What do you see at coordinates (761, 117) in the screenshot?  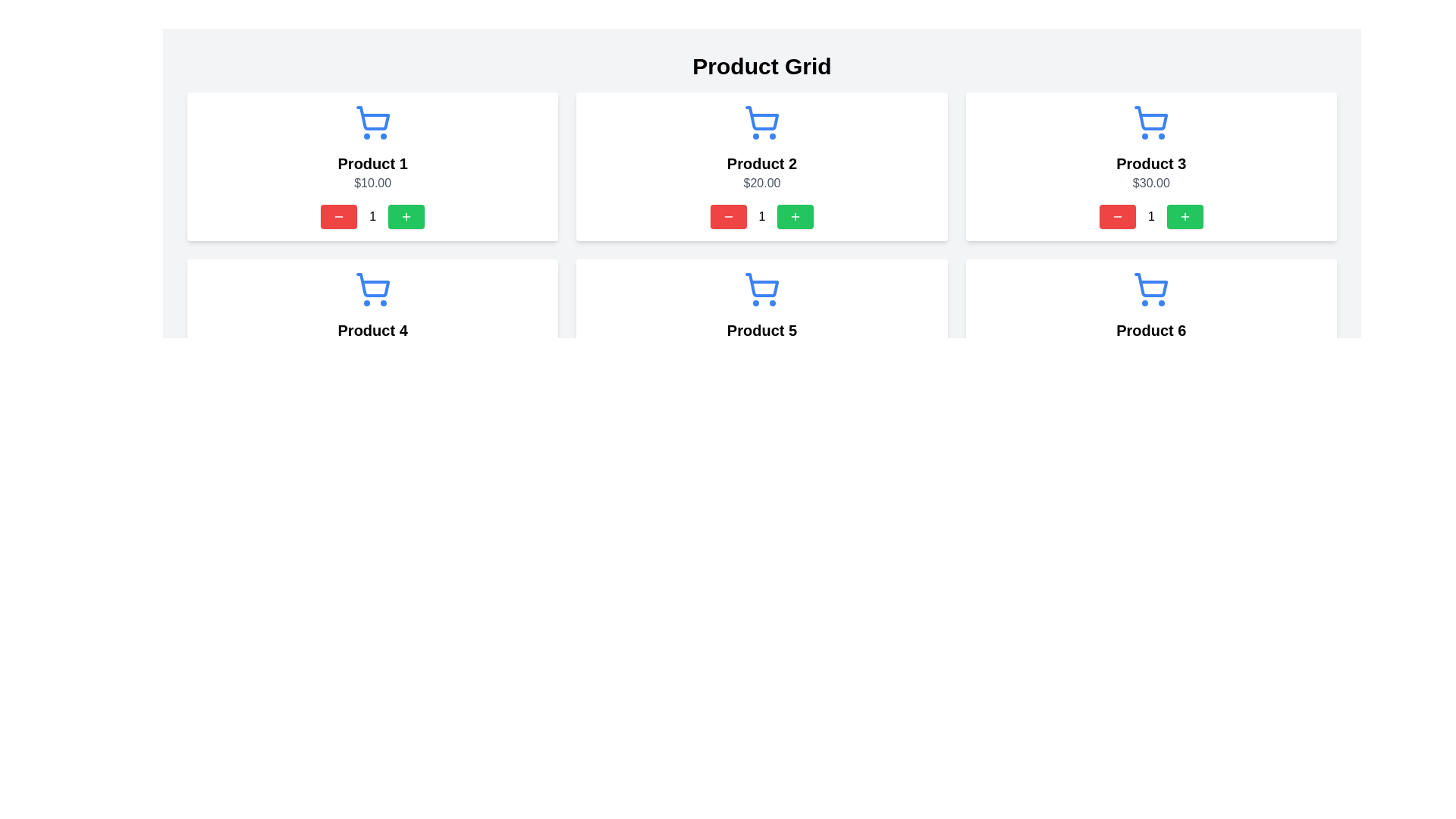 I see `the shopping cart icon with a blue border, located above the text 'Product 2' in the top-center panel` at bounding box center [761, 117].